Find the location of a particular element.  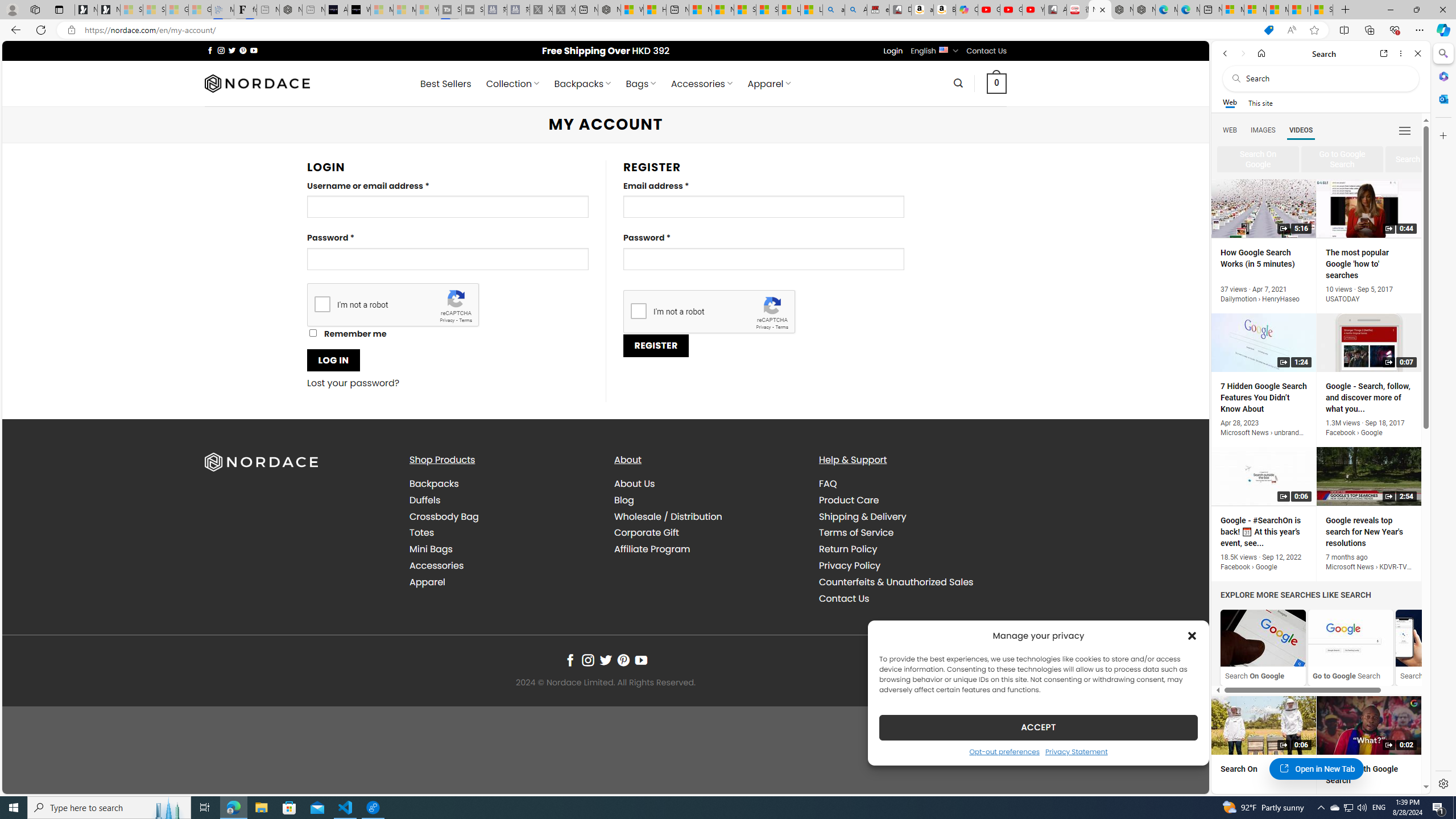

'Huge shark washes ashore at New York City beach | Watch' is located at coordinates (655, 9).